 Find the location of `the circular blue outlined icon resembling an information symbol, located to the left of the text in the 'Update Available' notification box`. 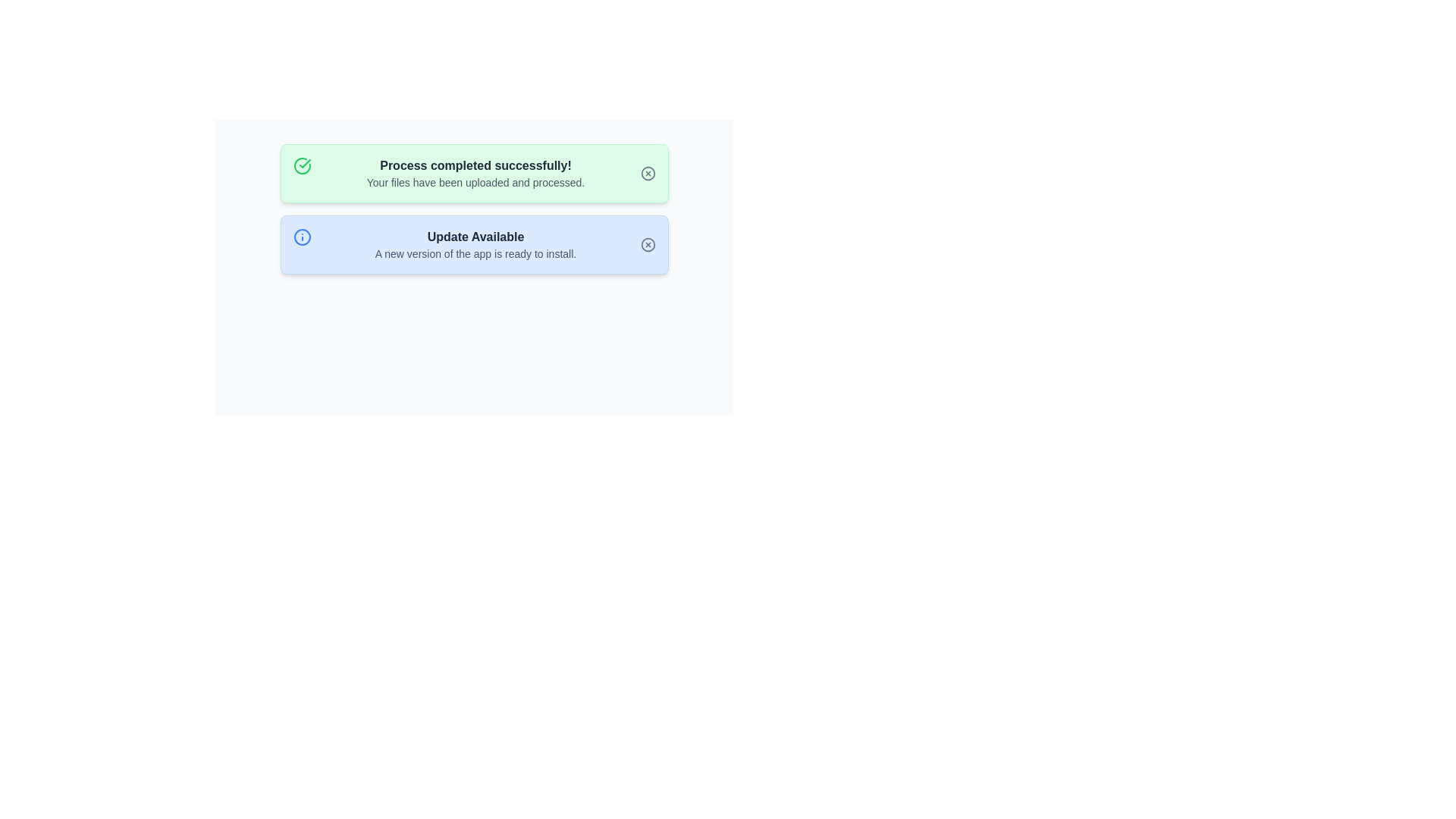

the circular blue outlined icon resembling an information symbol, located to the left of the text in the 'Update Available' notification box is located at coordinates (302, 237).